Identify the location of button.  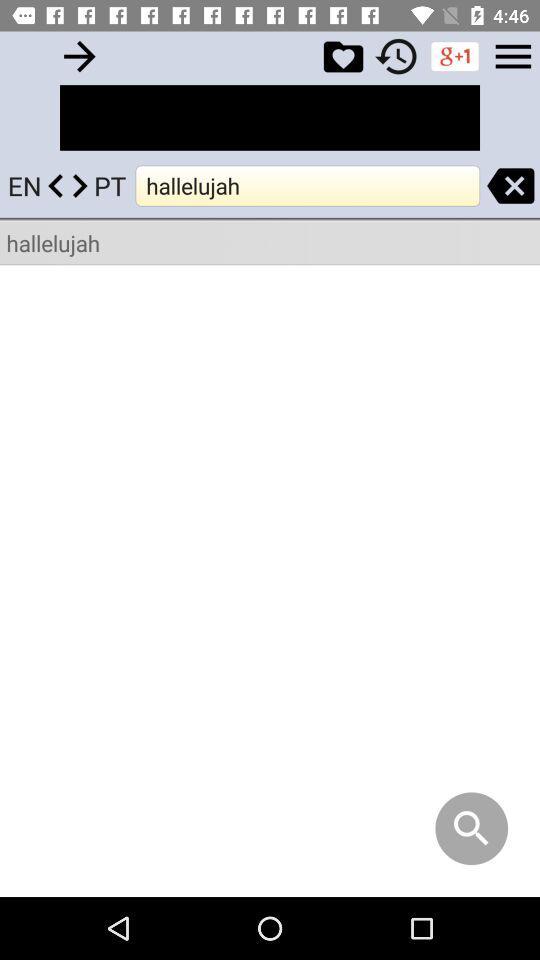
(342, 55).